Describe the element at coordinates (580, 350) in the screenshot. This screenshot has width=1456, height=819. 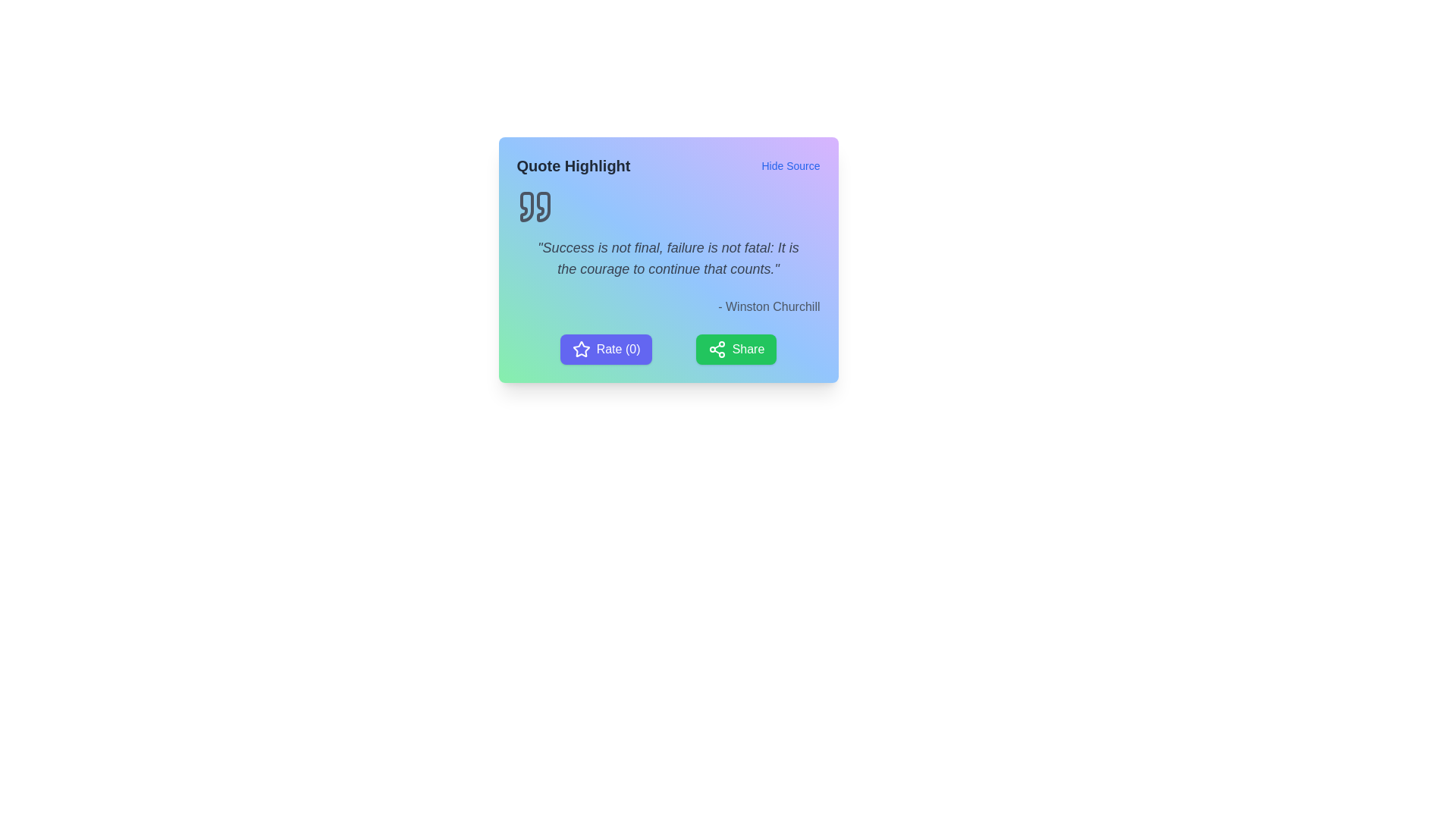
I see `the star-shaped icon with a purple fill, located to the left of the text 'Rate (0)' within the blue button at the bottom-left corner of the card` at that location.